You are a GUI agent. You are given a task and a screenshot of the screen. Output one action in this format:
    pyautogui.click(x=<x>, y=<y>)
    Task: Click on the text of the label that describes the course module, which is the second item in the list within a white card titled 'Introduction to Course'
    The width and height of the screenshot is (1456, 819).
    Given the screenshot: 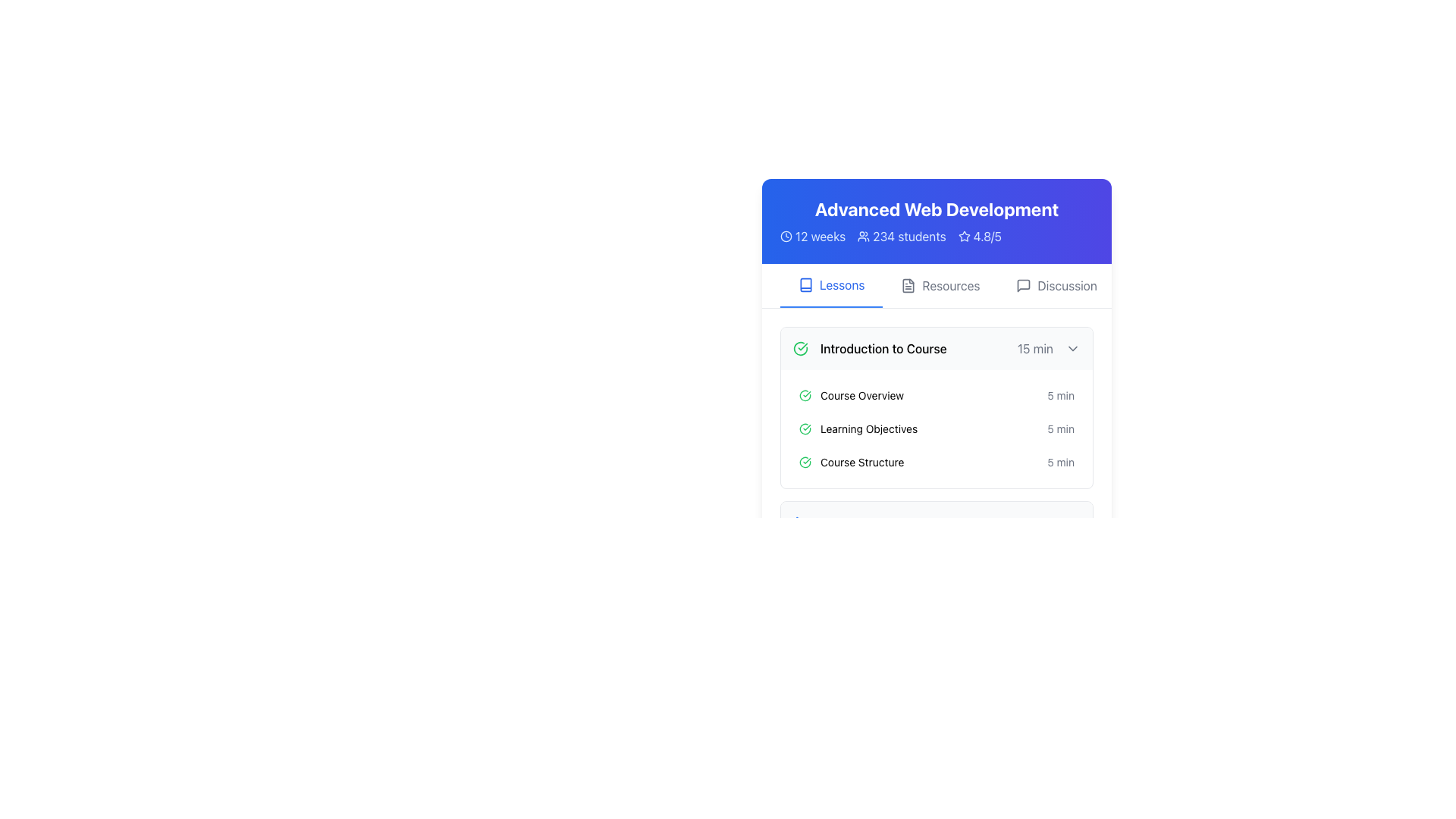 What is the action you would take?
    pyautogui.click(x=852, y=394)
    